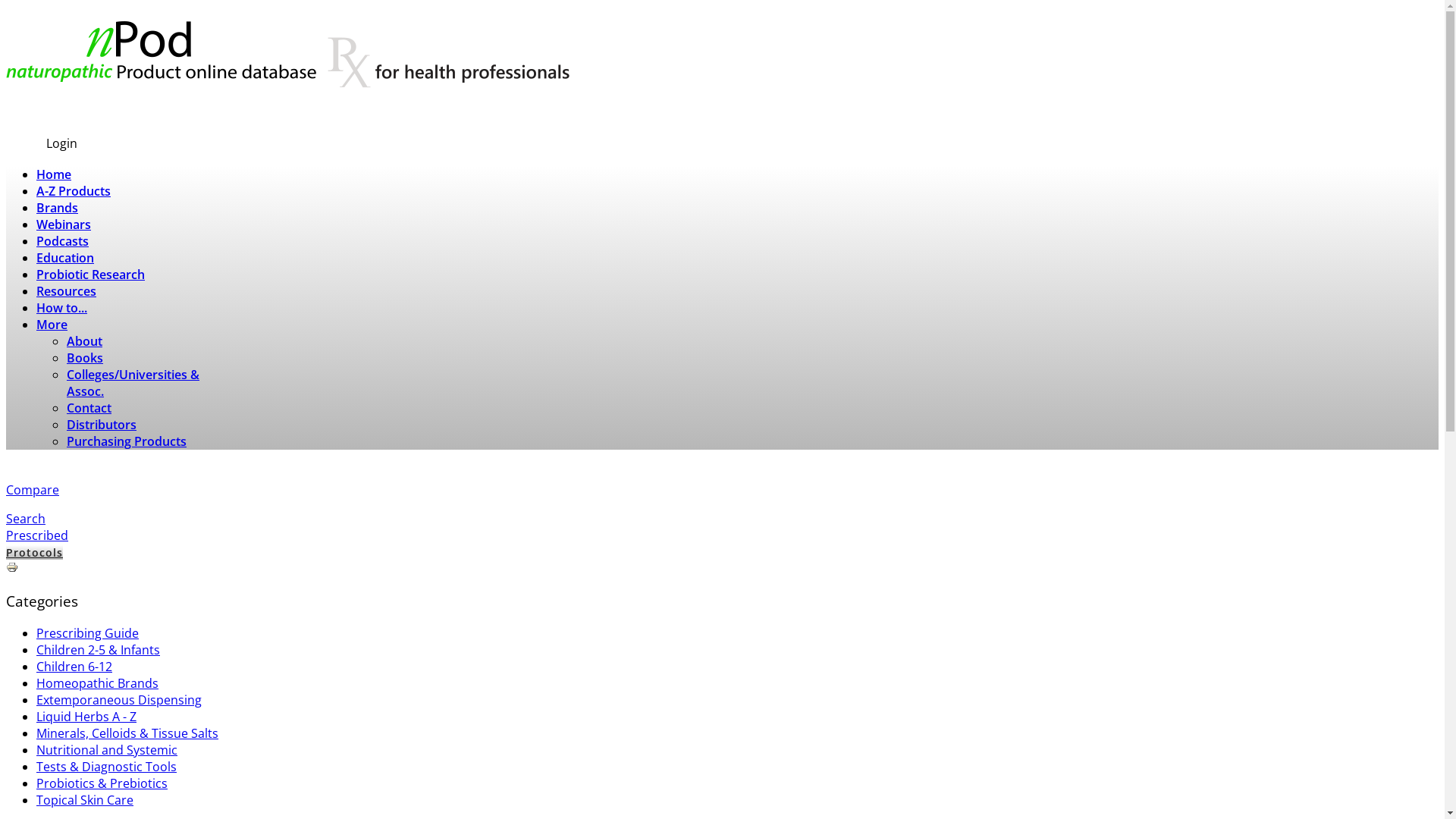 This screenshot has height=819, width=1456. What do you see at coordinates (36, 534) in the screenshot?
I see `'Prescribed'` at bounding box center [36, 534].